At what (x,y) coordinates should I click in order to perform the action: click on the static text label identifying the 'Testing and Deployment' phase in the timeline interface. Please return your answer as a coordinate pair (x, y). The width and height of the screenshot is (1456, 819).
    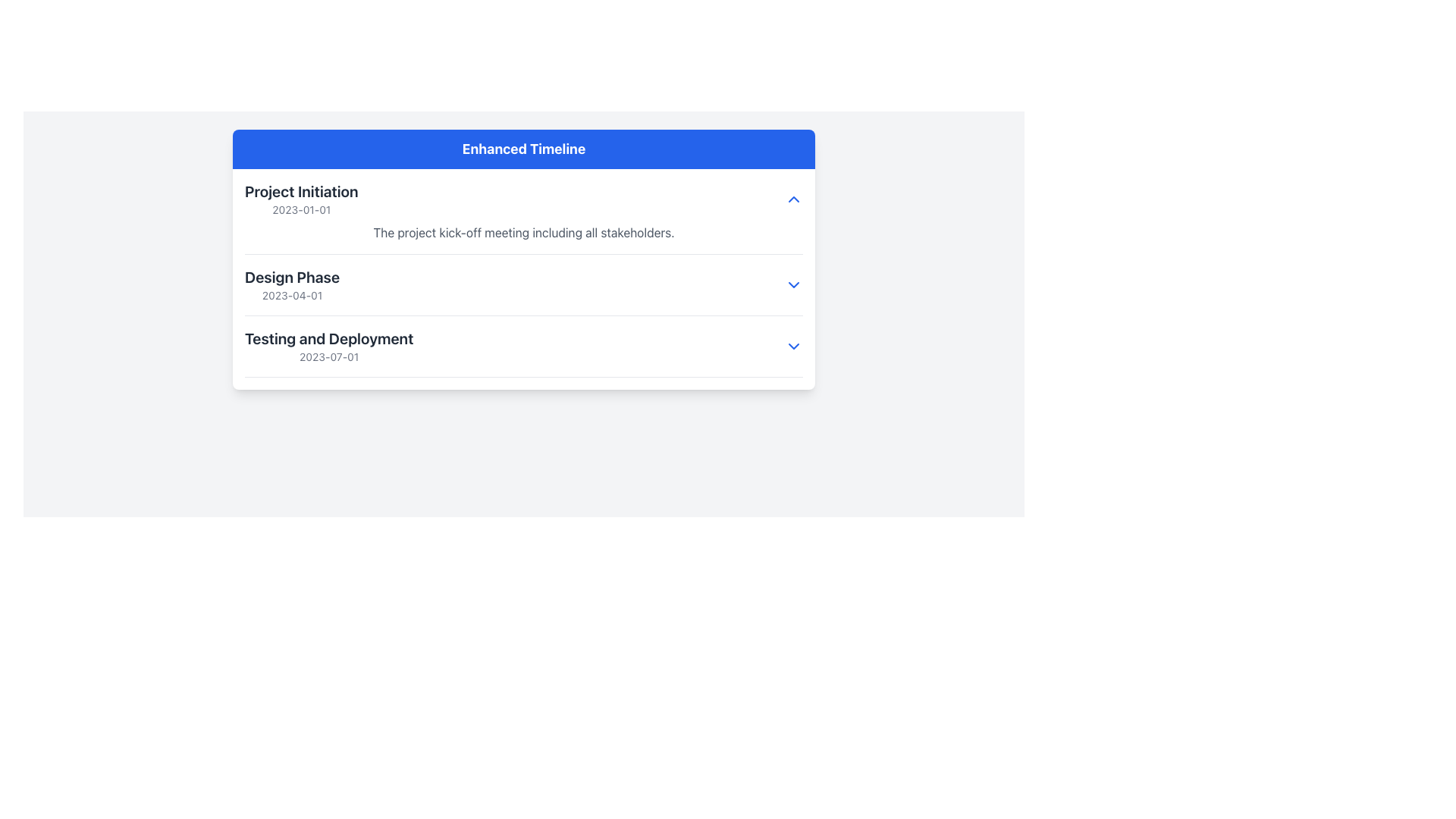
    Looking at the image, I should click on (328, 338).